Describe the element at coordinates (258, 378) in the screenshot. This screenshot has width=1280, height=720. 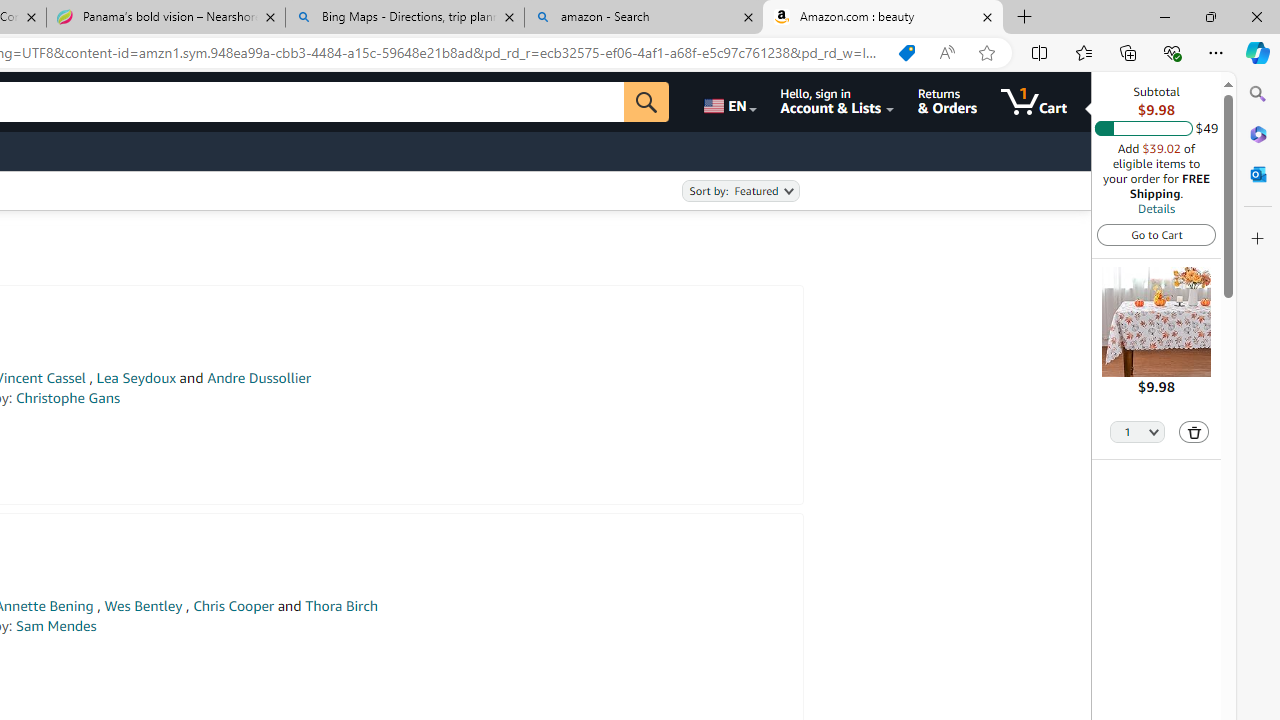
I see `'Andre Dussollier'` at that location.